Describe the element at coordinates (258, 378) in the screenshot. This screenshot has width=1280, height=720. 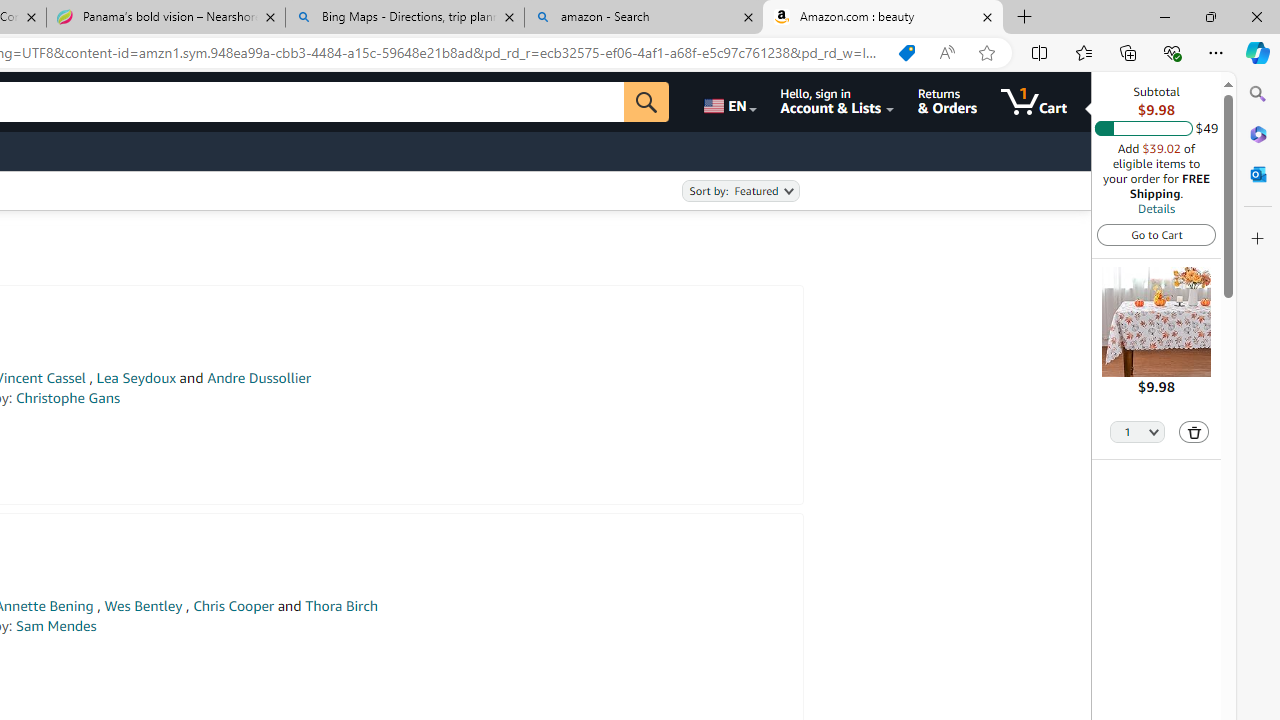
I see `'Andre Dussollier'` at that location.